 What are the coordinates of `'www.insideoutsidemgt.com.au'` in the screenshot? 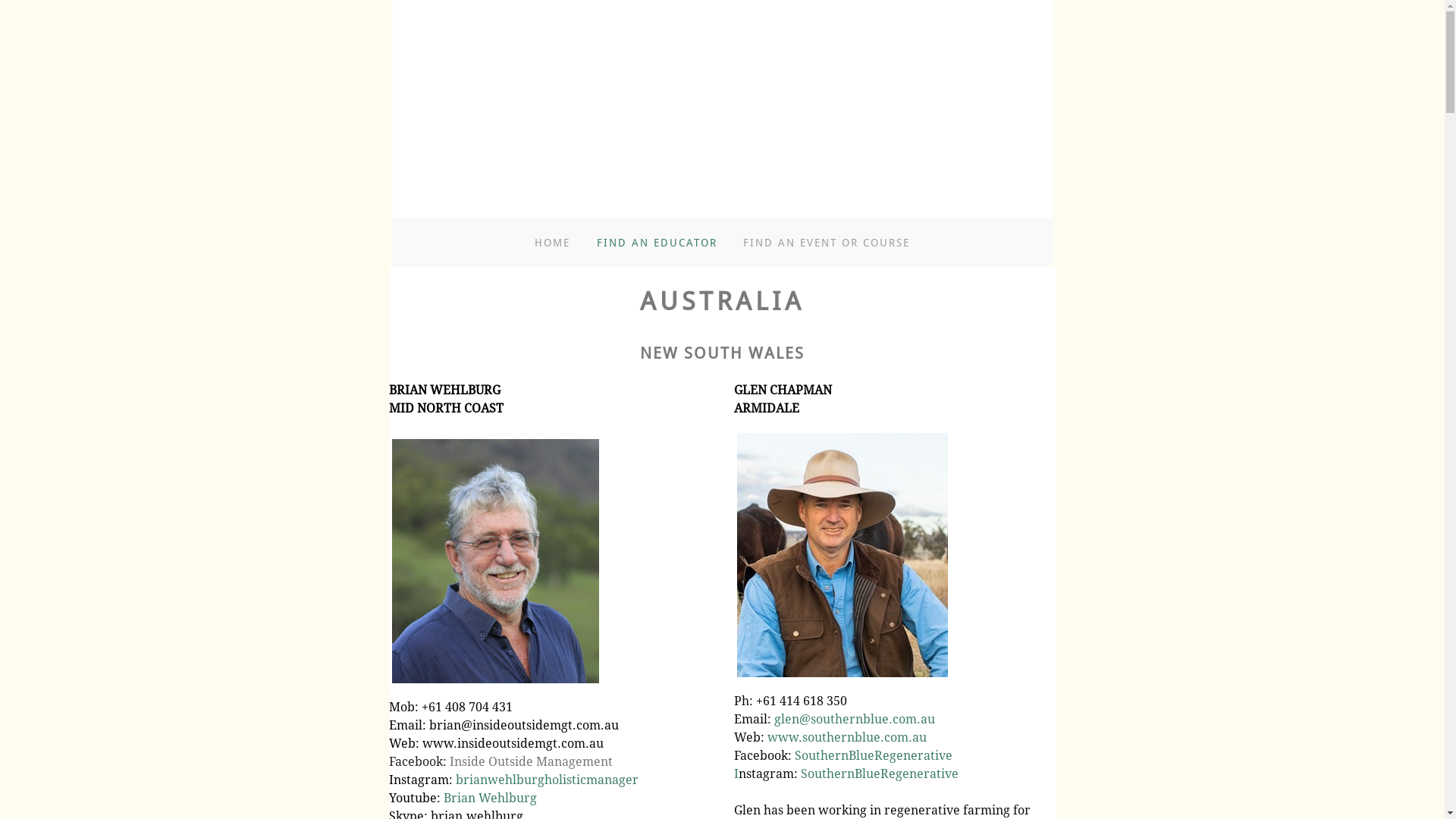 It's located at (512, 742).